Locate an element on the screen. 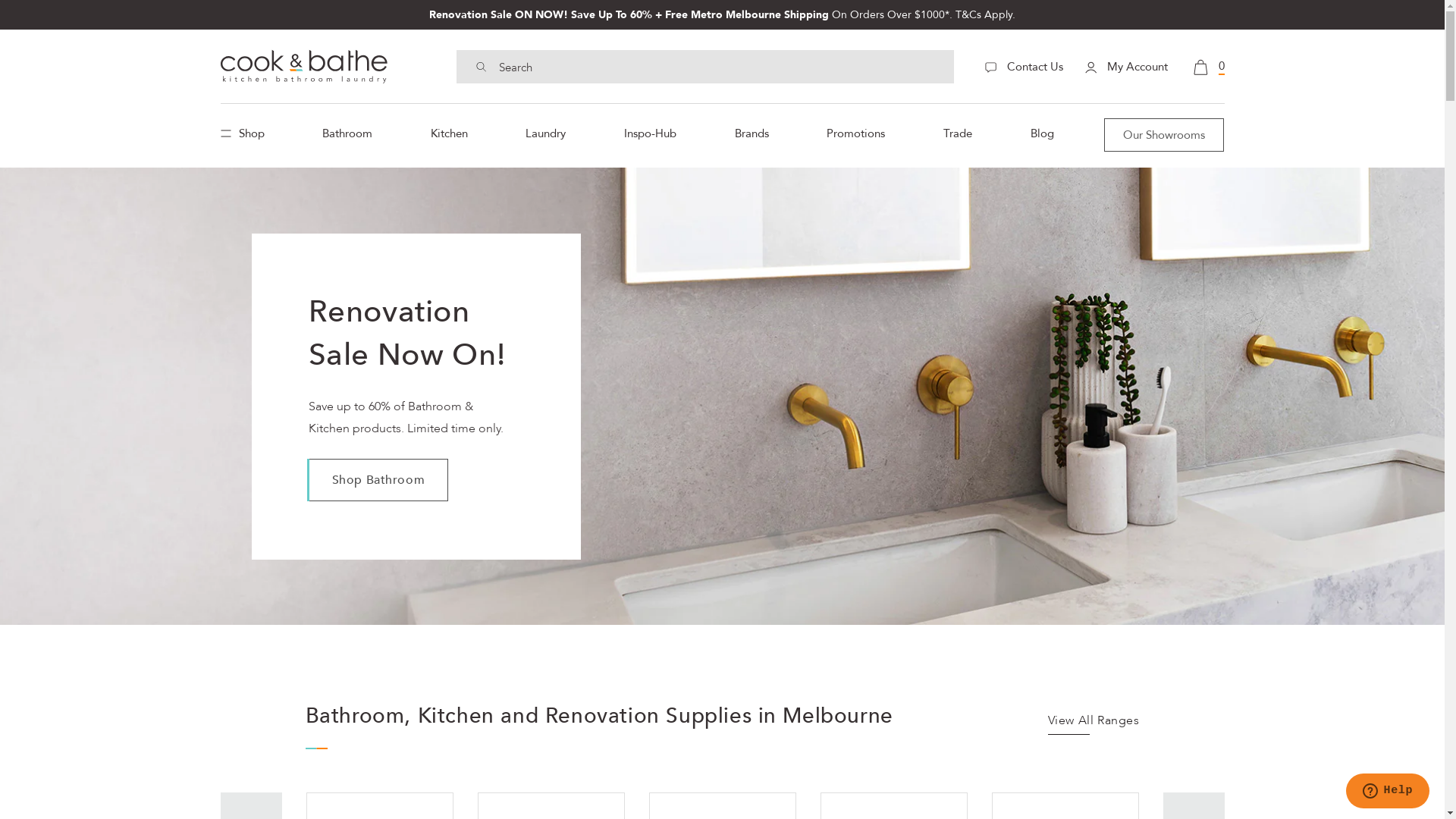 The height and width of the screenshot is (819, 1456). 'Blog' is located at coordinates (1041, 133).